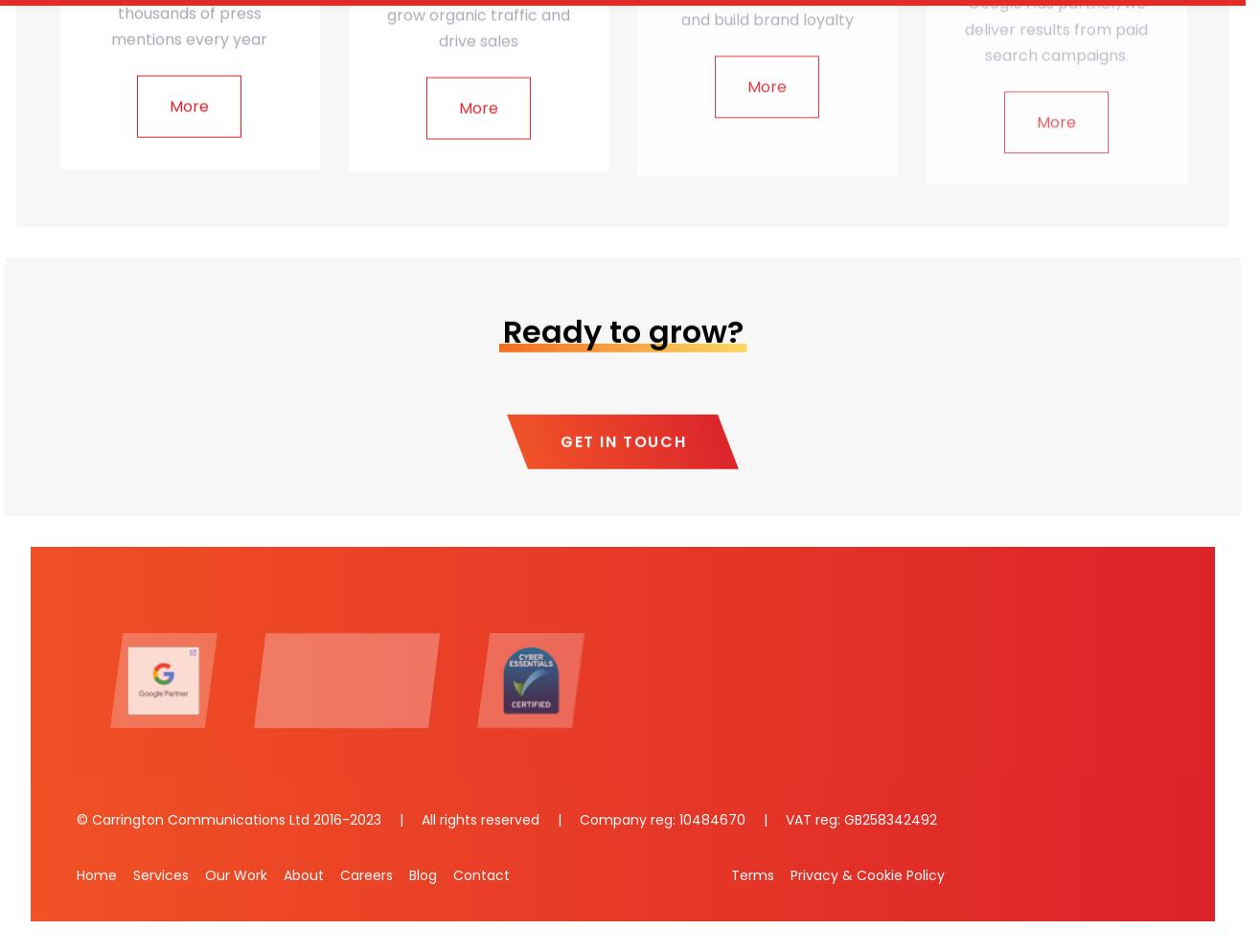 The width and height of the screenshot is (1260, 952). Describe the element at coordinates (231, 819) in the screenshot. I see `'© Carrington Communications Ltd 2016-2023'` at that location.